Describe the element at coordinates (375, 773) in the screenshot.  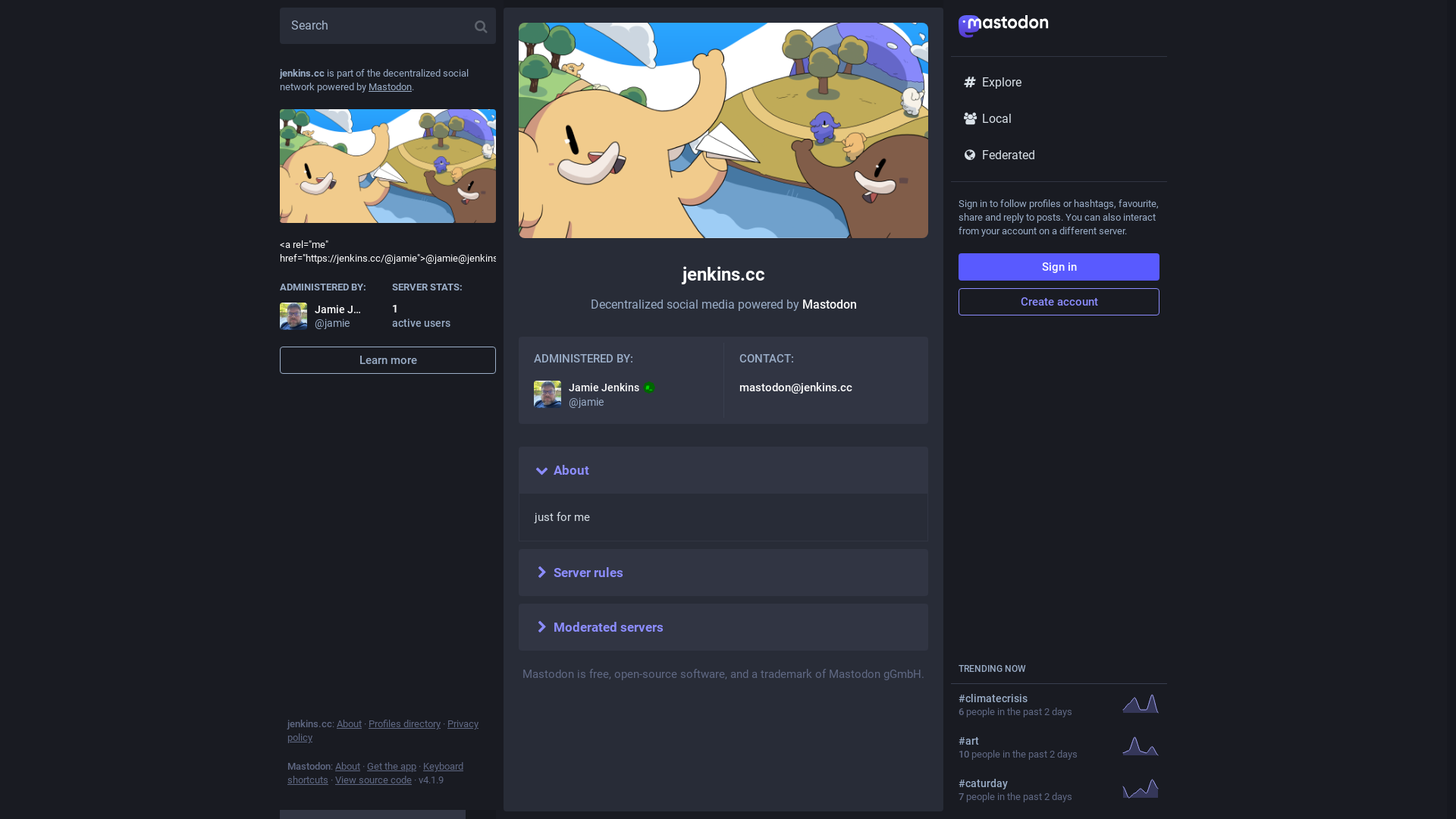
I see `'Keyboard shortcuts'` at that location.